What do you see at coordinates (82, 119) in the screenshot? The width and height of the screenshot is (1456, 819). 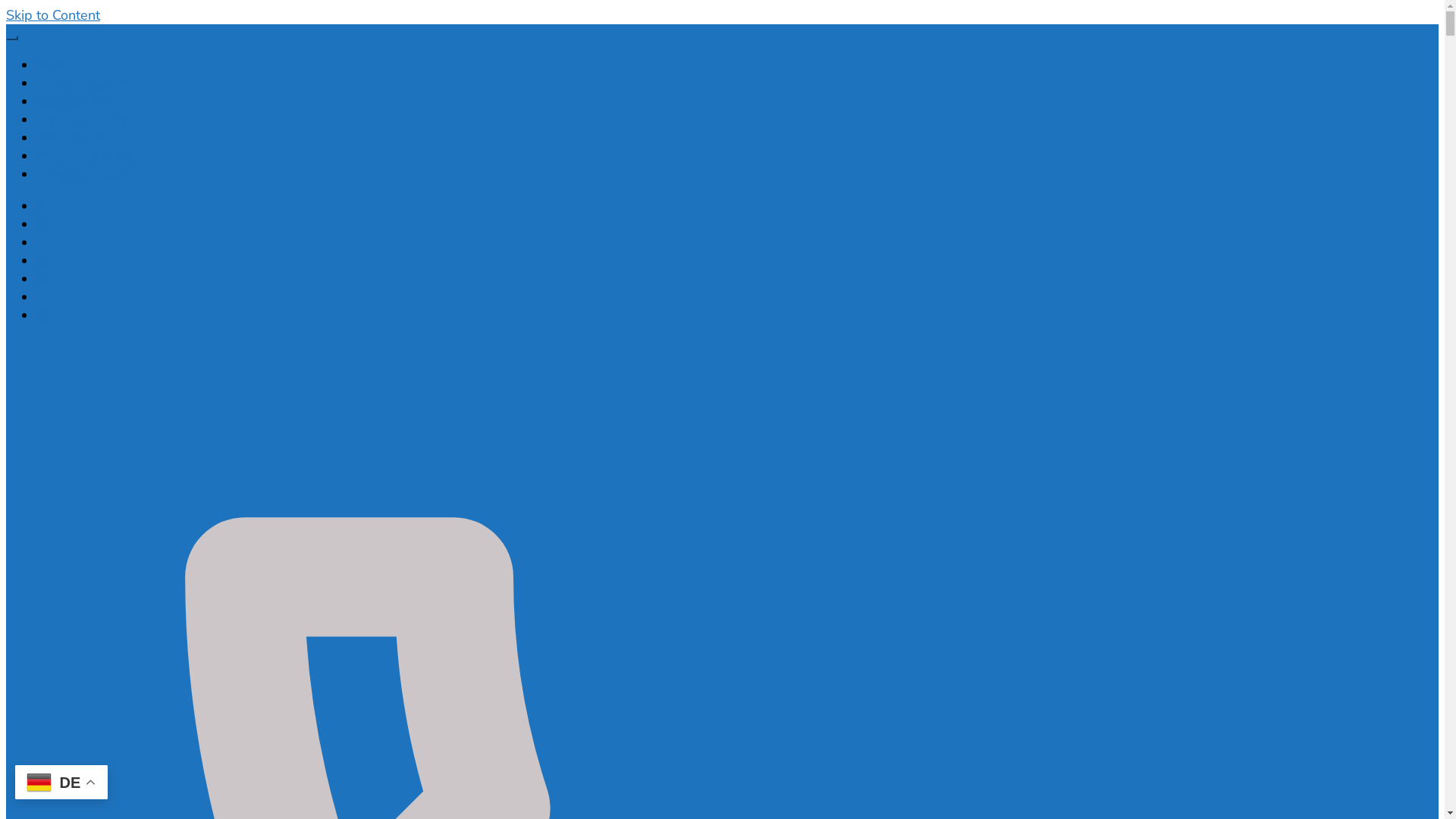 I see `'Massagepraxis'` at bounding box center [82, 119].